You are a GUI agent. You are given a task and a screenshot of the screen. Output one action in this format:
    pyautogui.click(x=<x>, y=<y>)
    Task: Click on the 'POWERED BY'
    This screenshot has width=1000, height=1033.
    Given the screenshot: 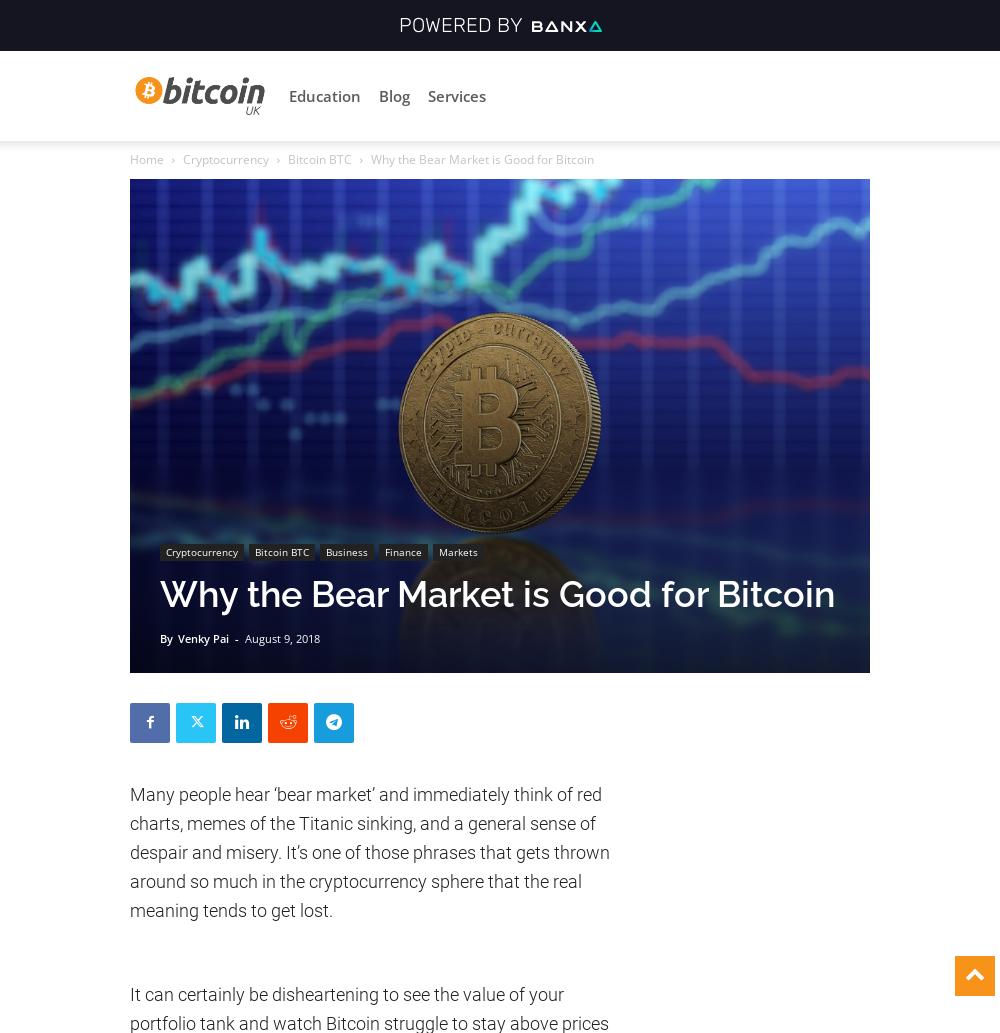 What is the action you would take?
    pyautogui.click(x=463, y=24)
    